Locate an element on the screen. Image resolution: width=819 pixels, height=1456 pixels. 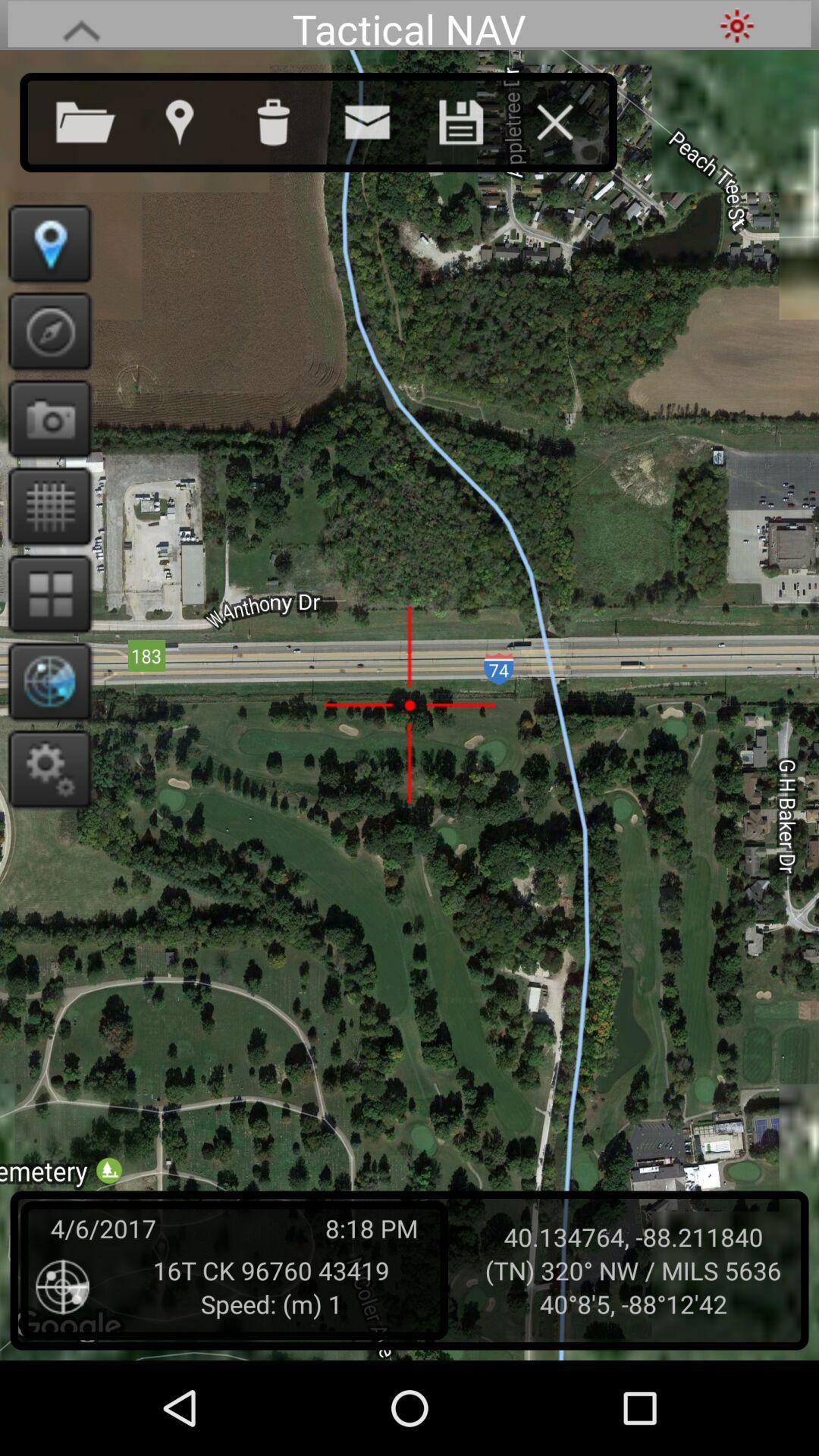
edit settings is located at coordinates (44, 768).